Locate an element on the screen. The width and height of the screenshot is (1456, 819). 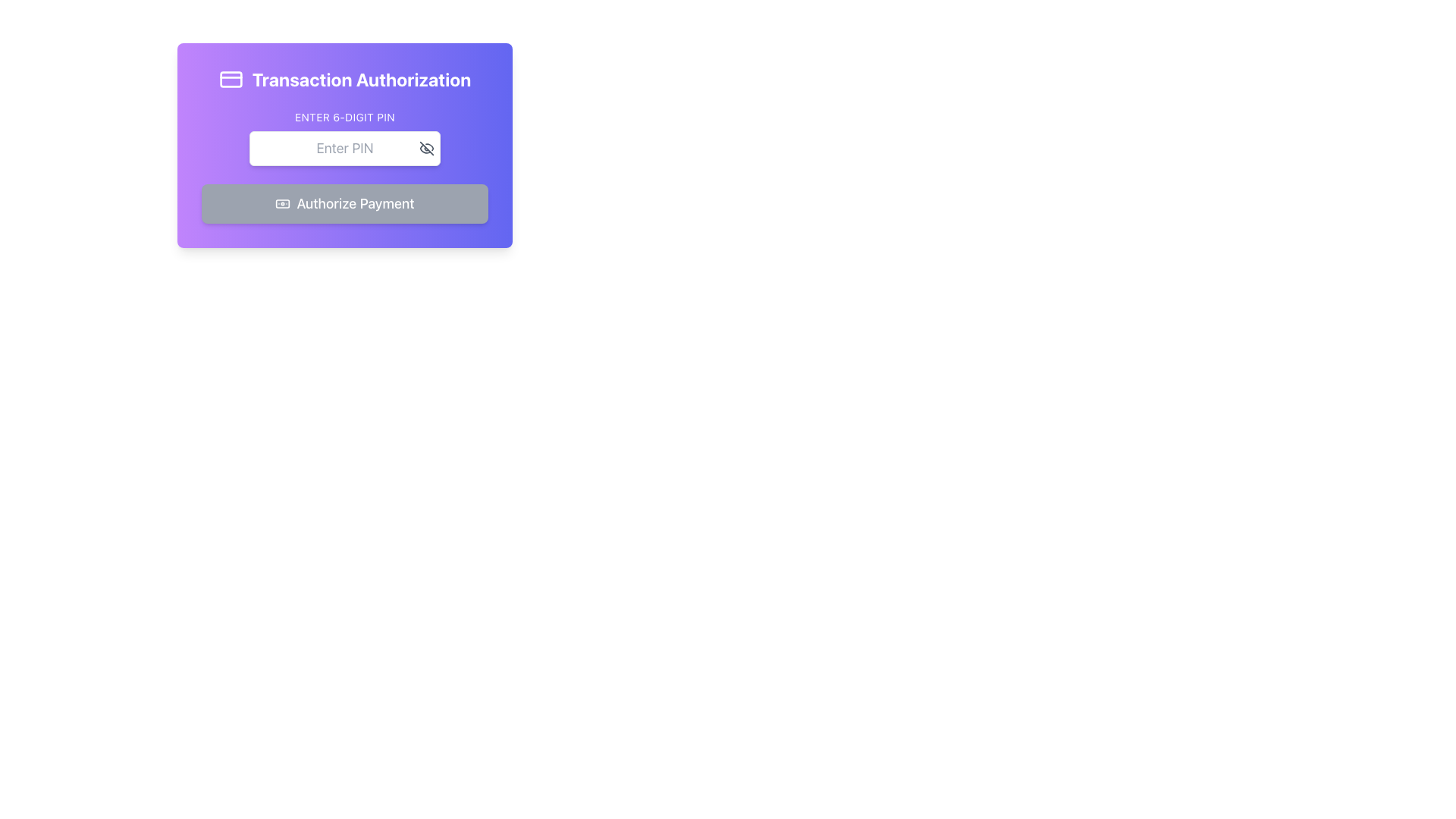
the icon button located on the right side of the PIN input field is located at coordinates (425, 149).